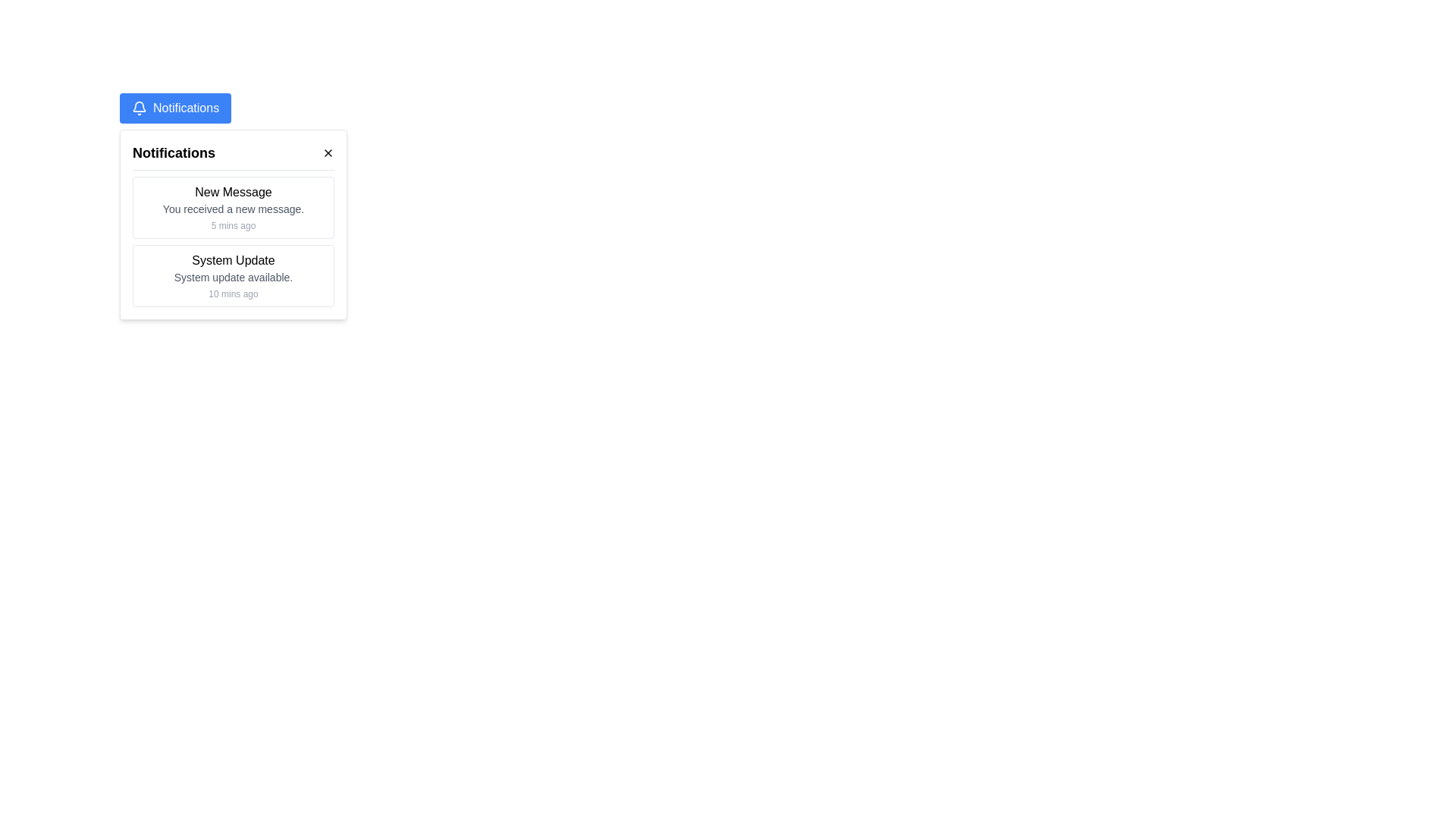 Image resolution: width=1456 pixels, height=819 pixels. I want to click on the Text Label that serves as a title for the notification item inside the notification card located at the top of the card, so click(232, 192).